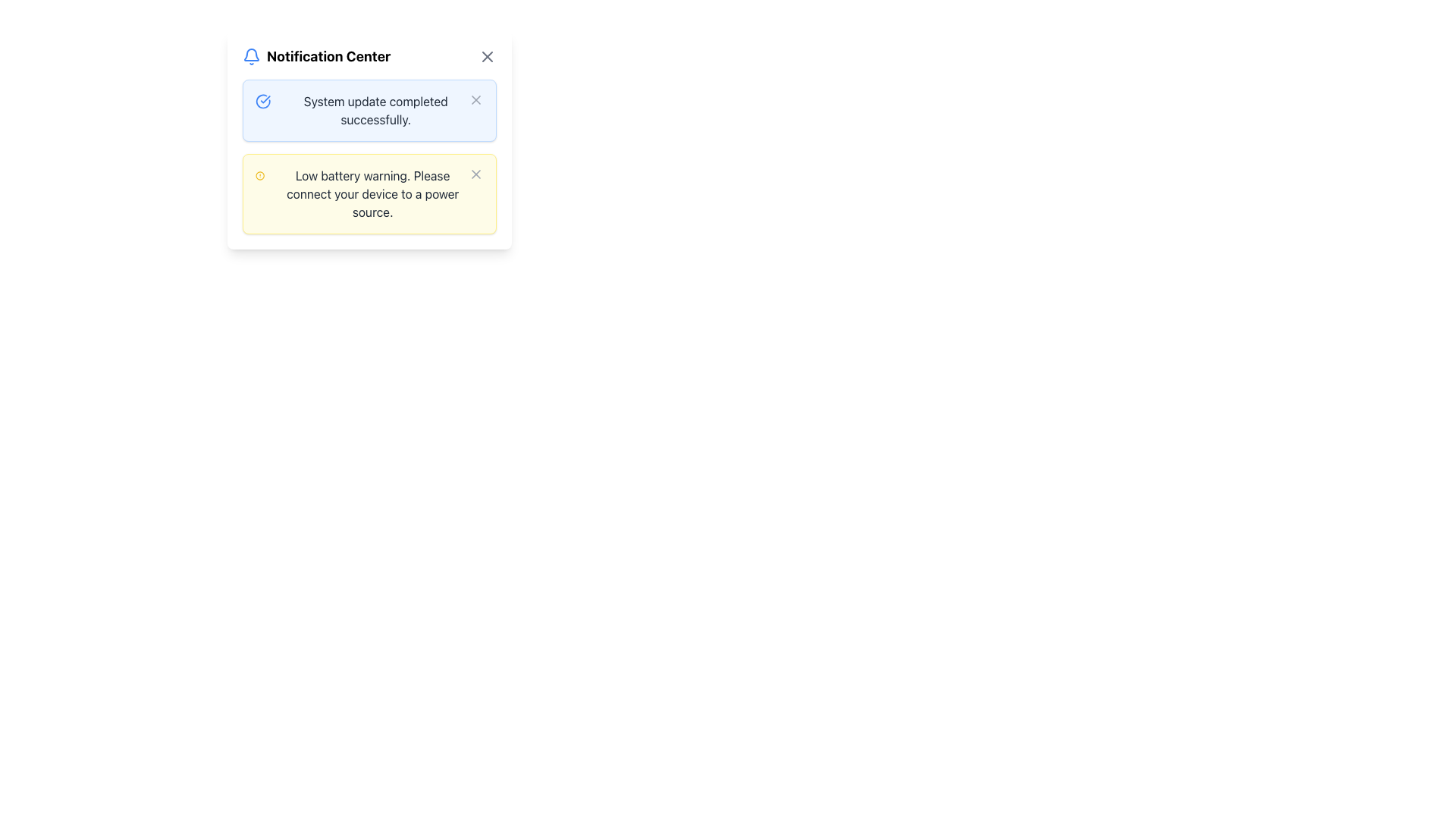 The image size is (1456, 819). I want to click on the small gray button with an 'X' icon located at the top-right corner of the blue notification card that indicates 'System update completed successfully', so click(475, 99).